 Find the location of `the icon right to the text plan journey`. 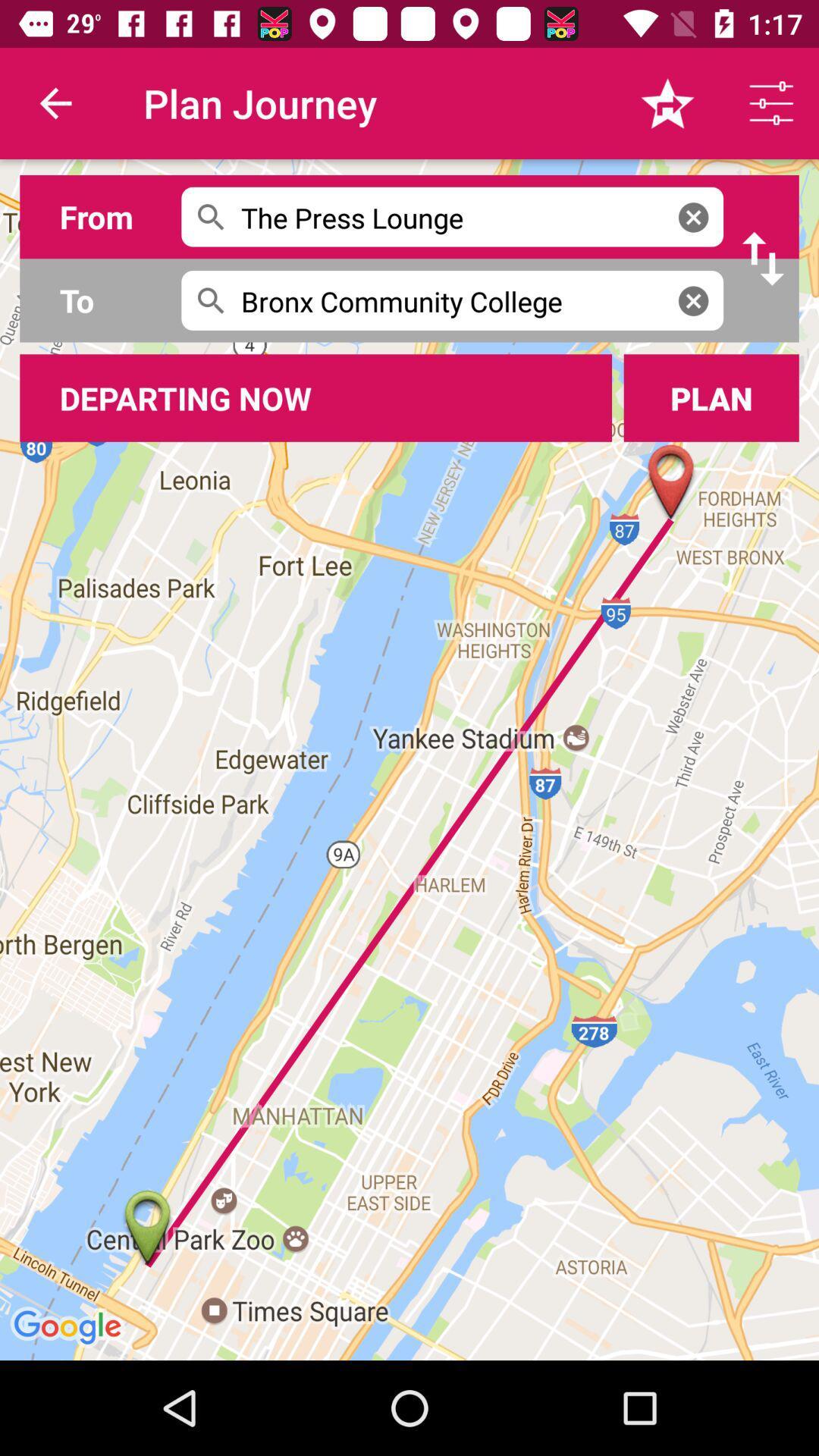

the icon right to the text plan journey is located at coordinates (667, 103).